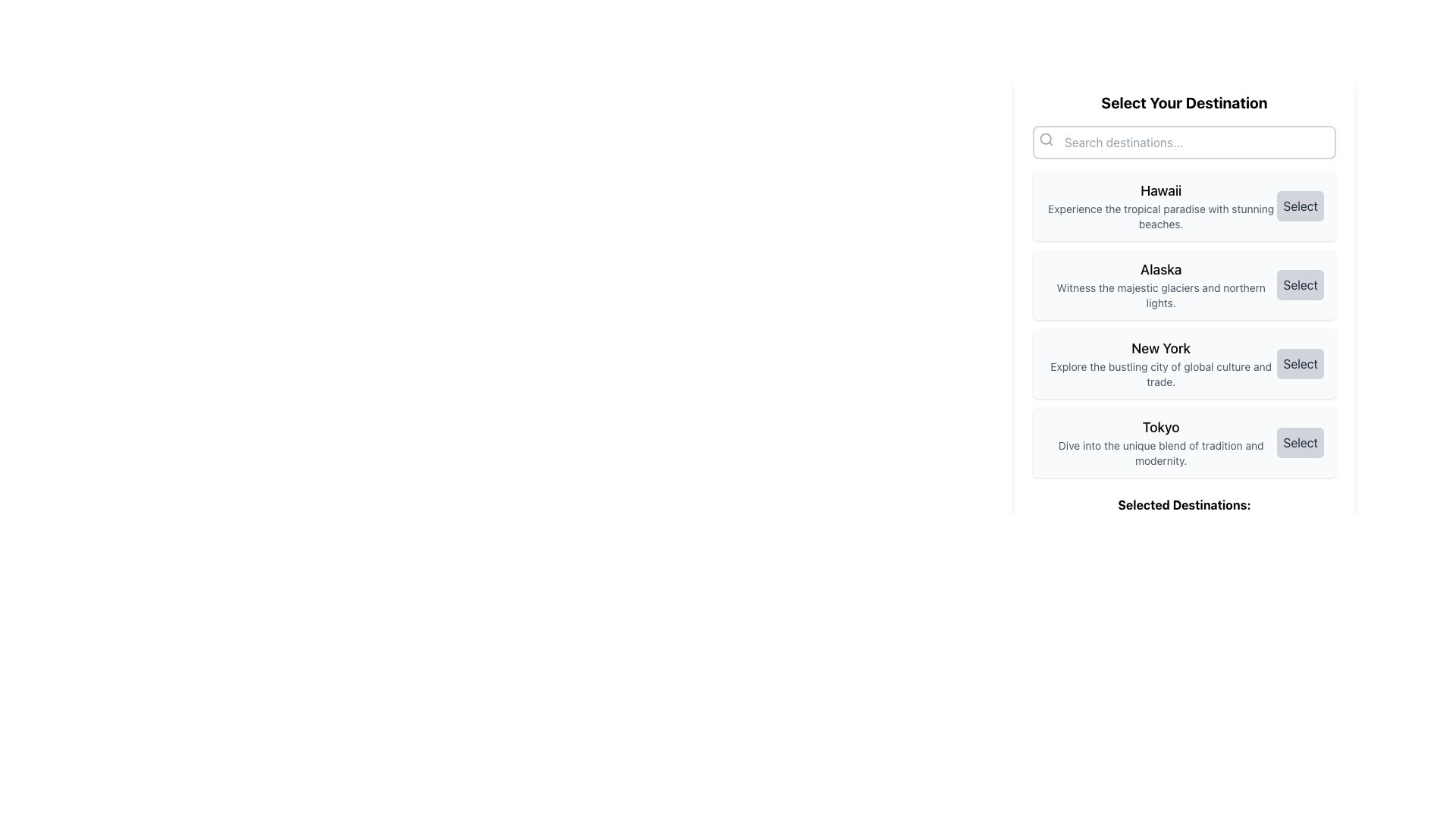 This screenshot has height=819, width=1456. Describe the element at coordinates (1299, 284) in the screenshot. I see `the 'Select' button with a light gray background and dark gray text, located at the far right of the 'Alaska' card in the vertical list of destinations` at that location.